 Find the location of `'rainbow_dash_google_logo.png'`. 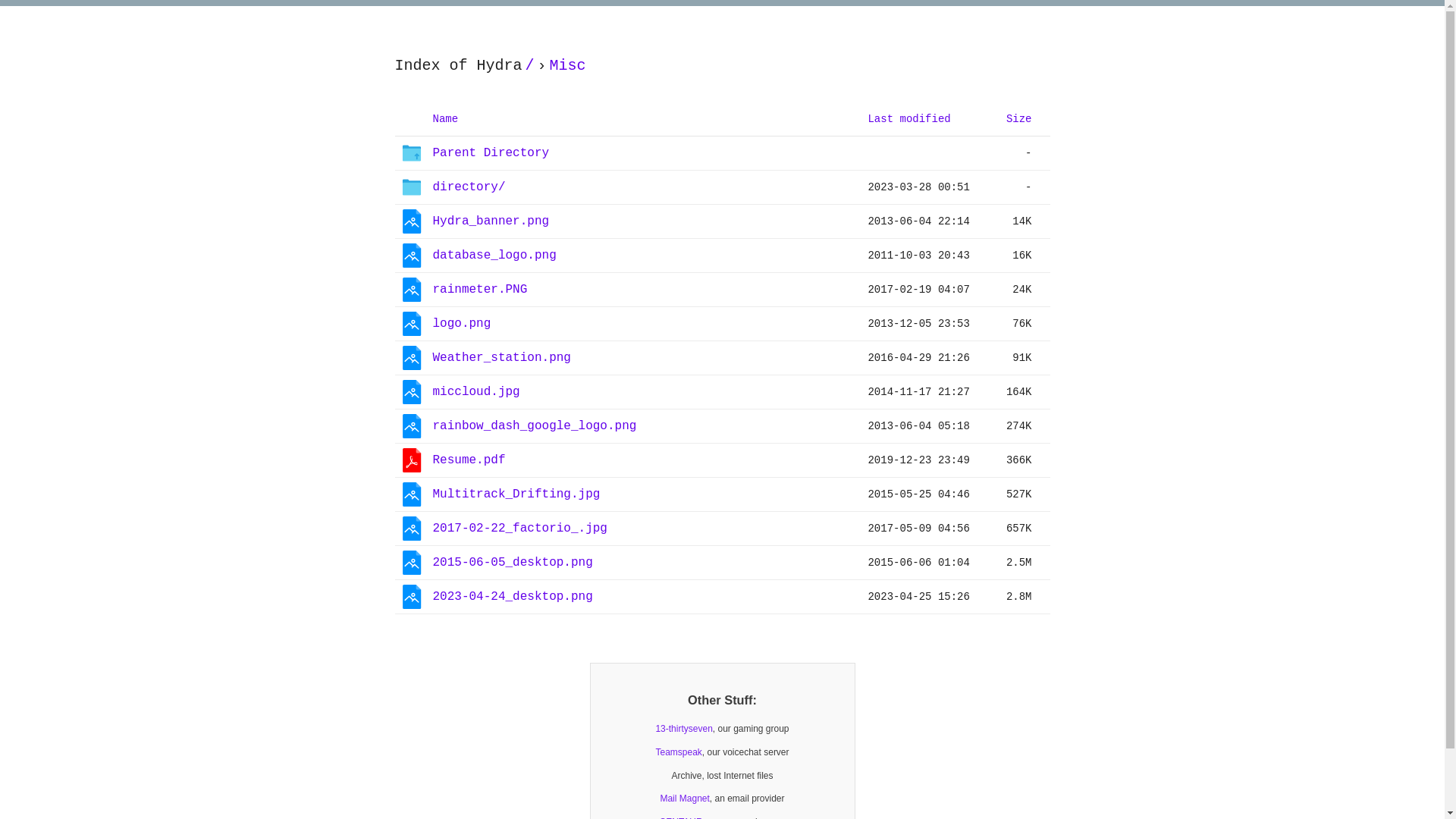

'rainbow_dash_google_logo.png' is located at coordinates (431, 425).